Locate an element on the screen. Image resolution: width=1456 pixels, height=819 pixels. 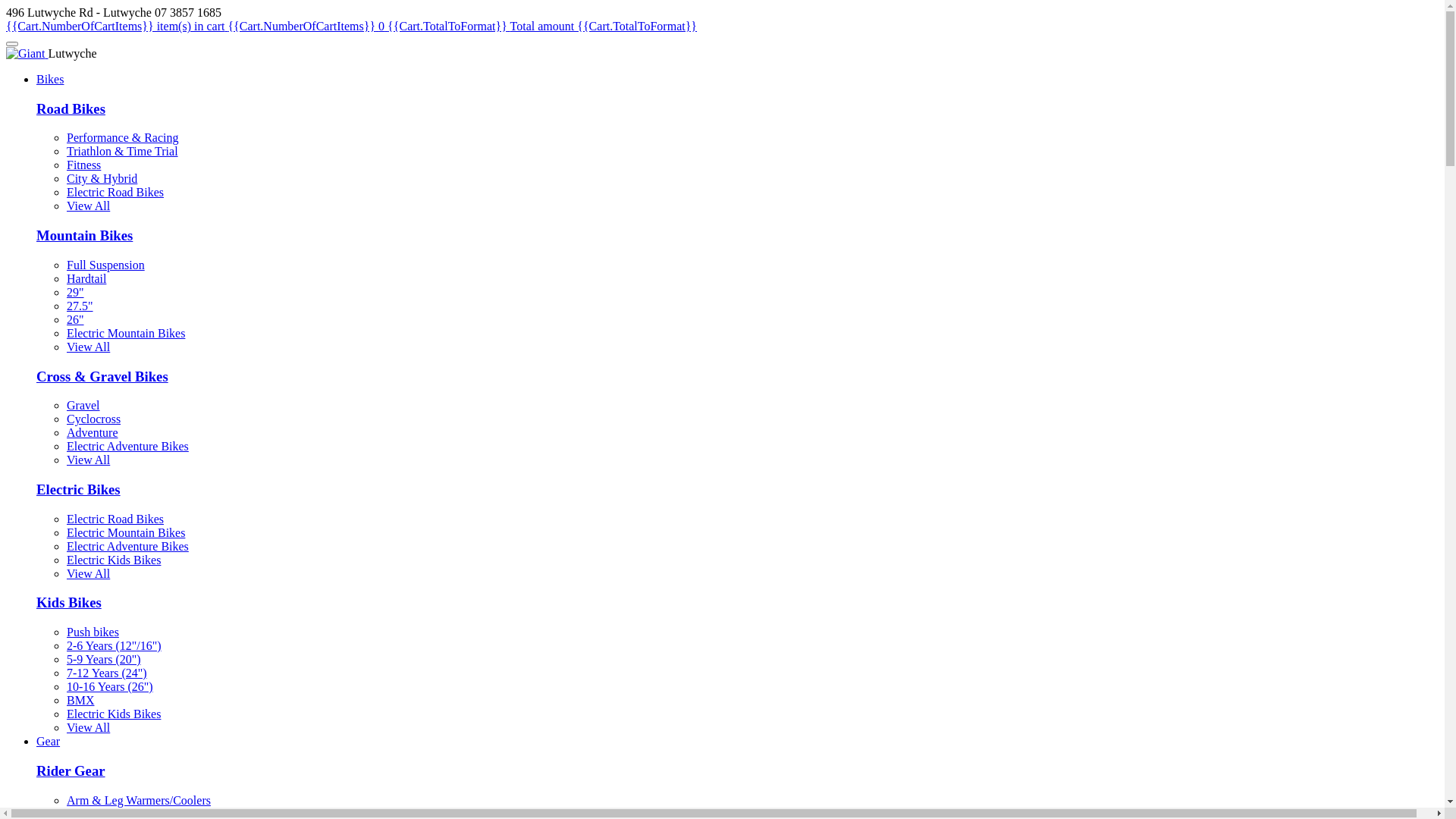
'Fitness' is located at coordinates (83, 165).